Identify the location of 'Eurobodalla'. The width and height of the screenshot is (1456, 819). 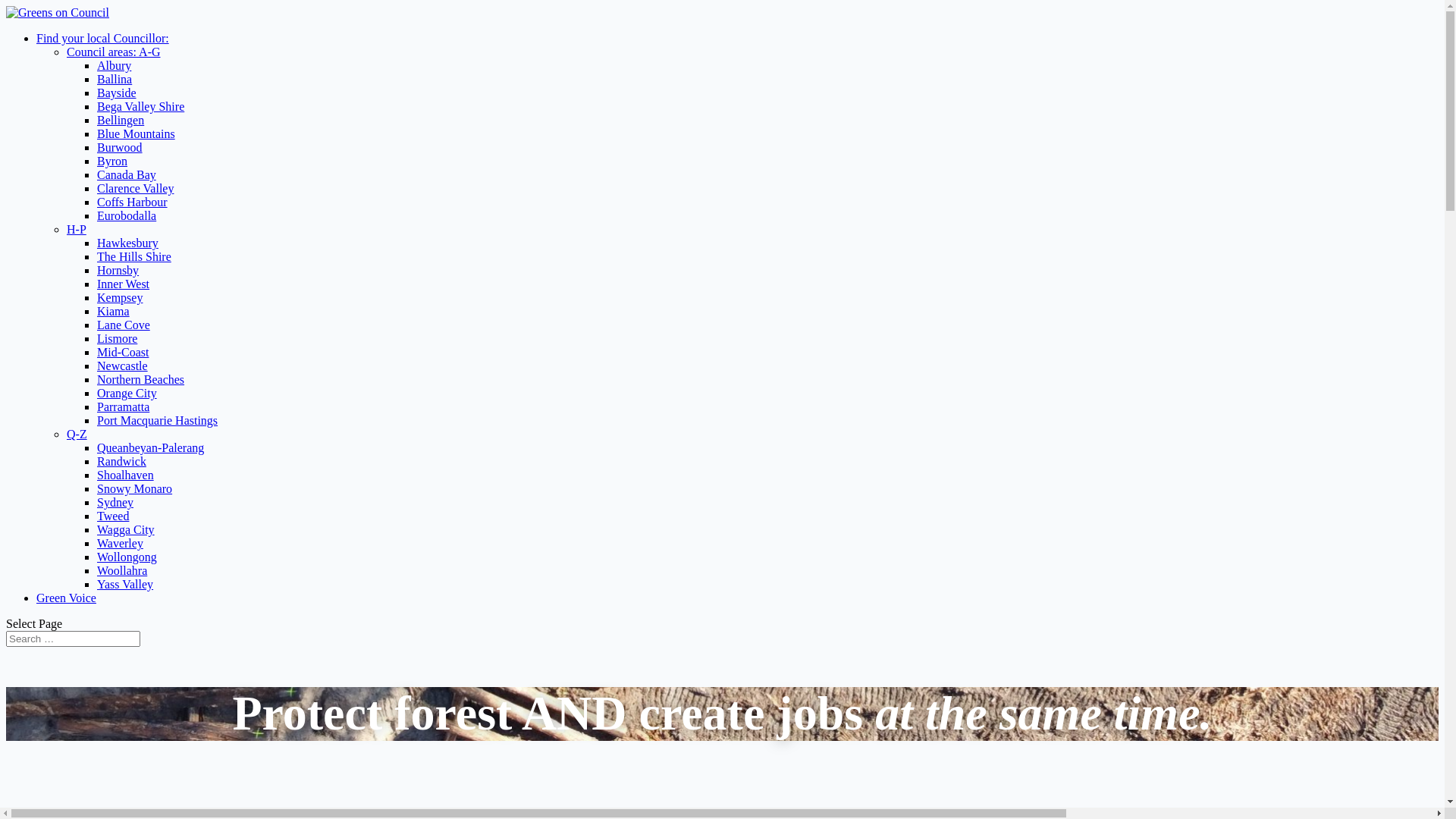
(96, 215).